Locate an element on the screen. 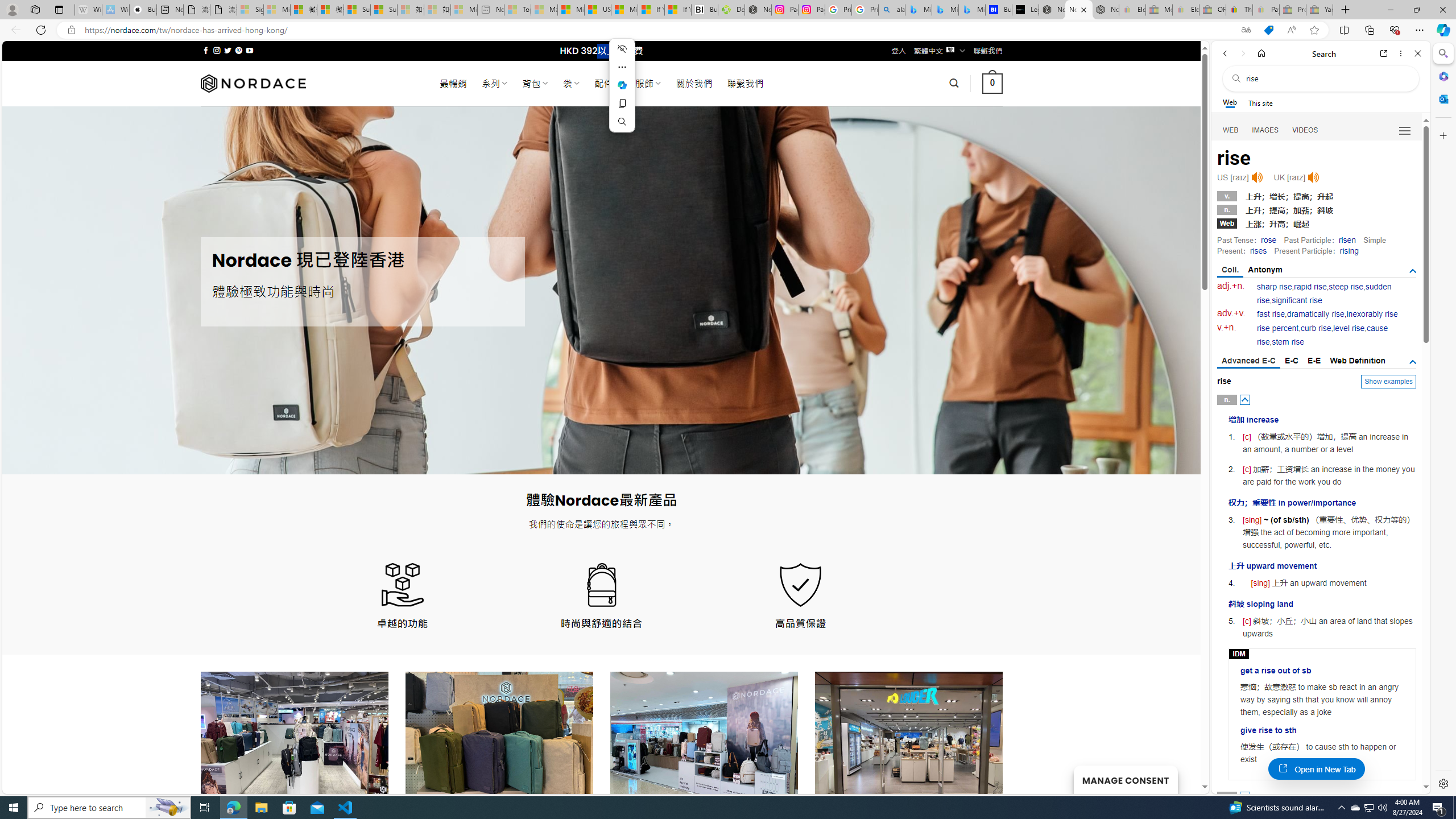  'cause rise' is located at coordinates (1322, 335).